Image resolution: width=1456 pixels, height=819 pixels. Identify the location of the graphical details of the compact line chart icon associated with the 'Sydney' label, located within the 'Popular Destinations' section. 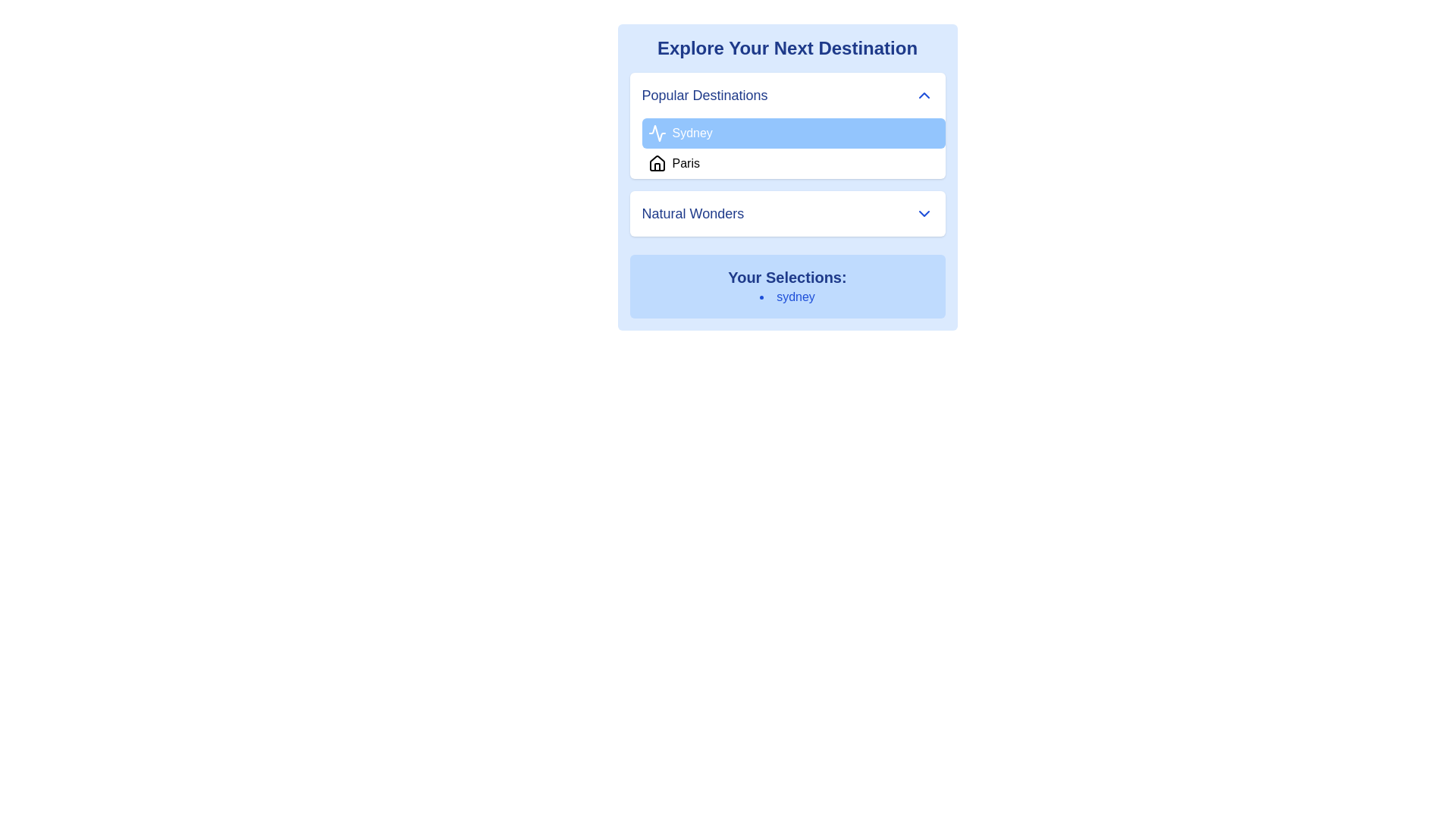
(657, 133).